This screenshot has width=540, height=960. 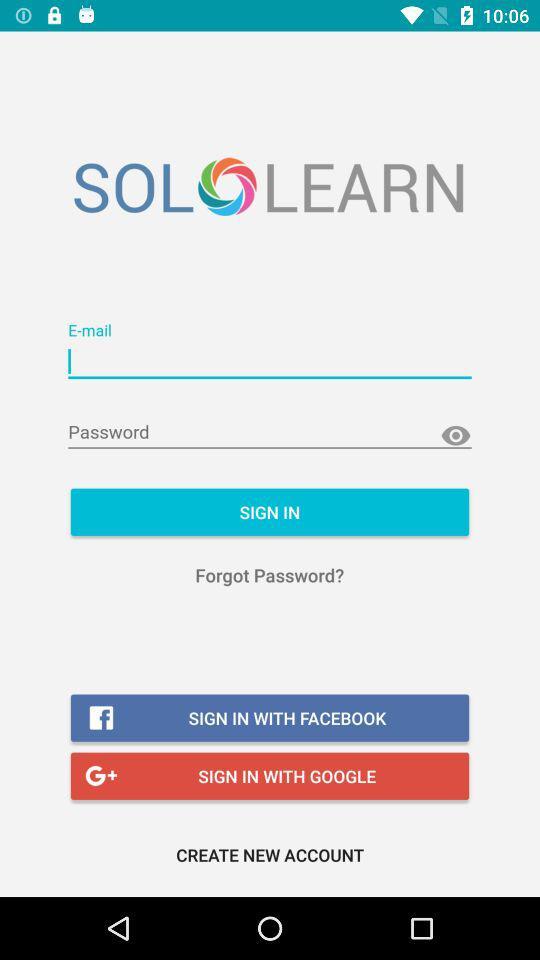 I want to click on e-mail address, so click(x=270, y=361).